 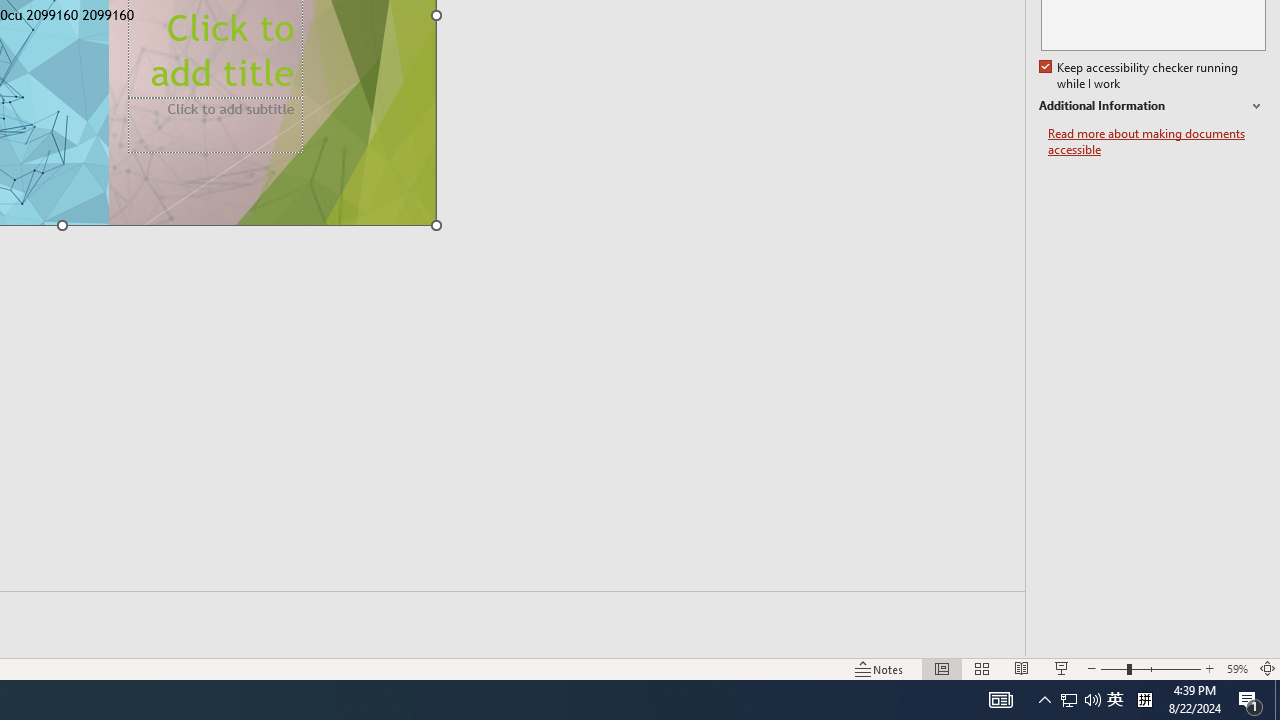 I want to click on 'Keep accessibility checker running while I work', so click(x=1140, y=75).